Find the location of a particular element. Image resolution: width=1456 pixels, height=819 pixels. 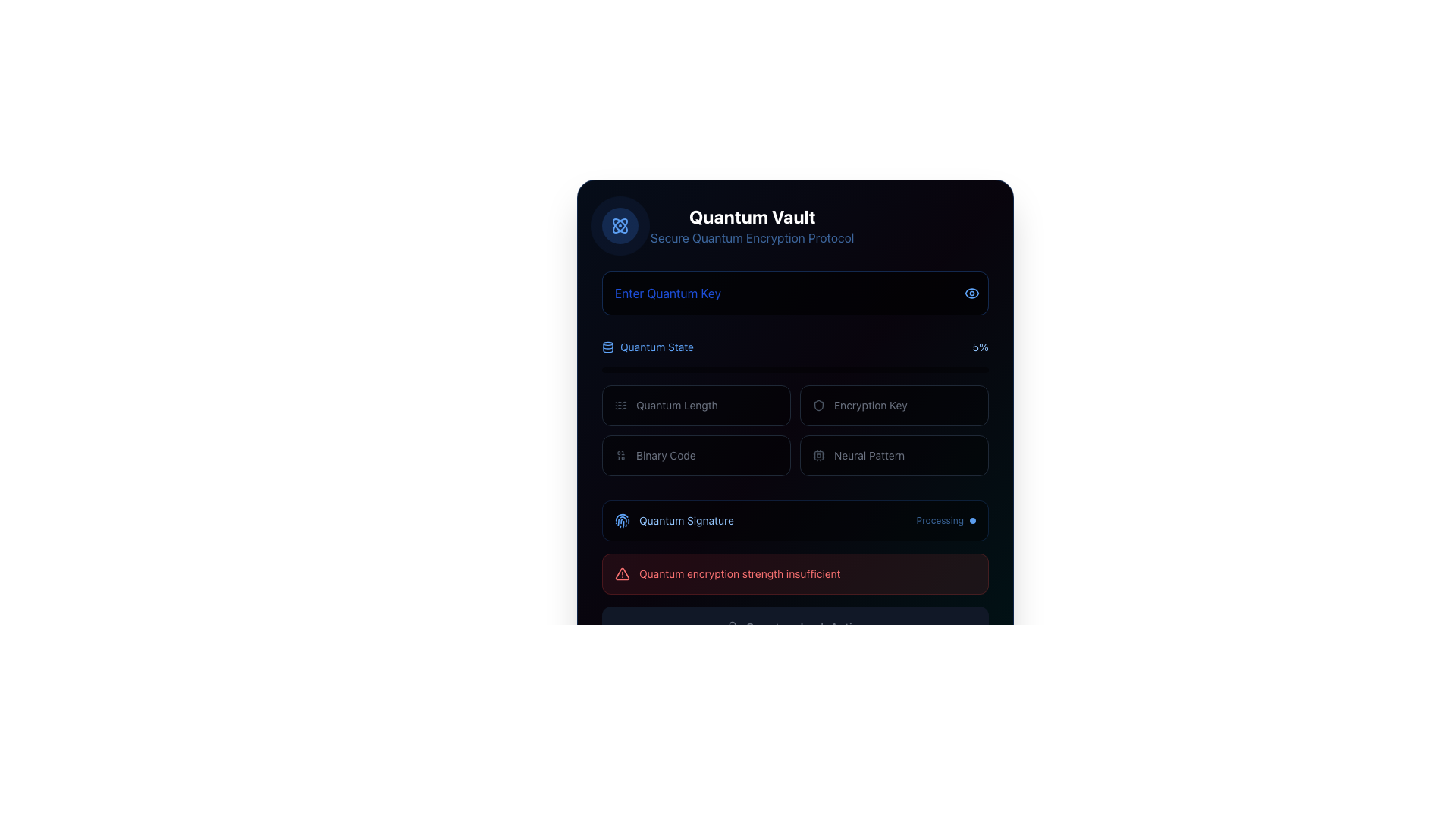

the 'Quantum State' label, which is a small blue text label in a sans-serif typeface located in the upper-middle section of the interface, slightly to the right of an accompanying icon is located at coordinates (657, 347).